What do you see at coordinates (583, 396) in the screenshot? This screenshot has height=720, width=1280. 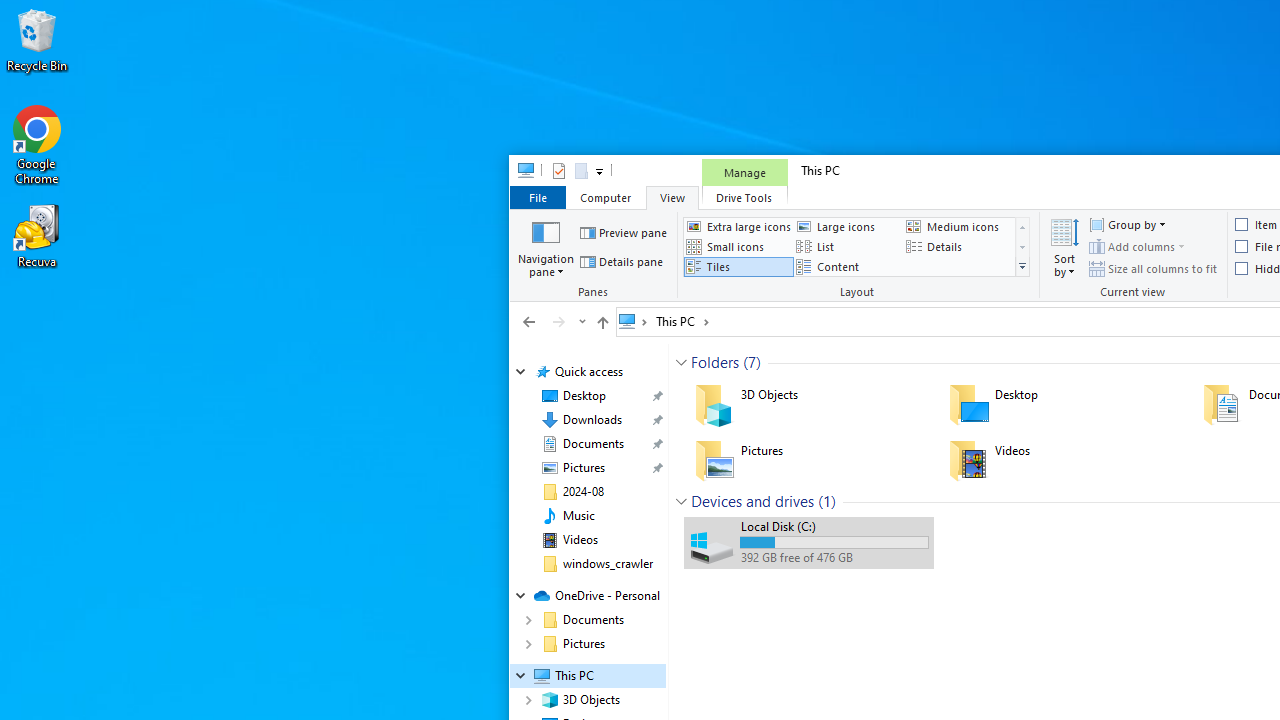 I see `'Desktop (pinned)'` at bounding box center [583, 396].